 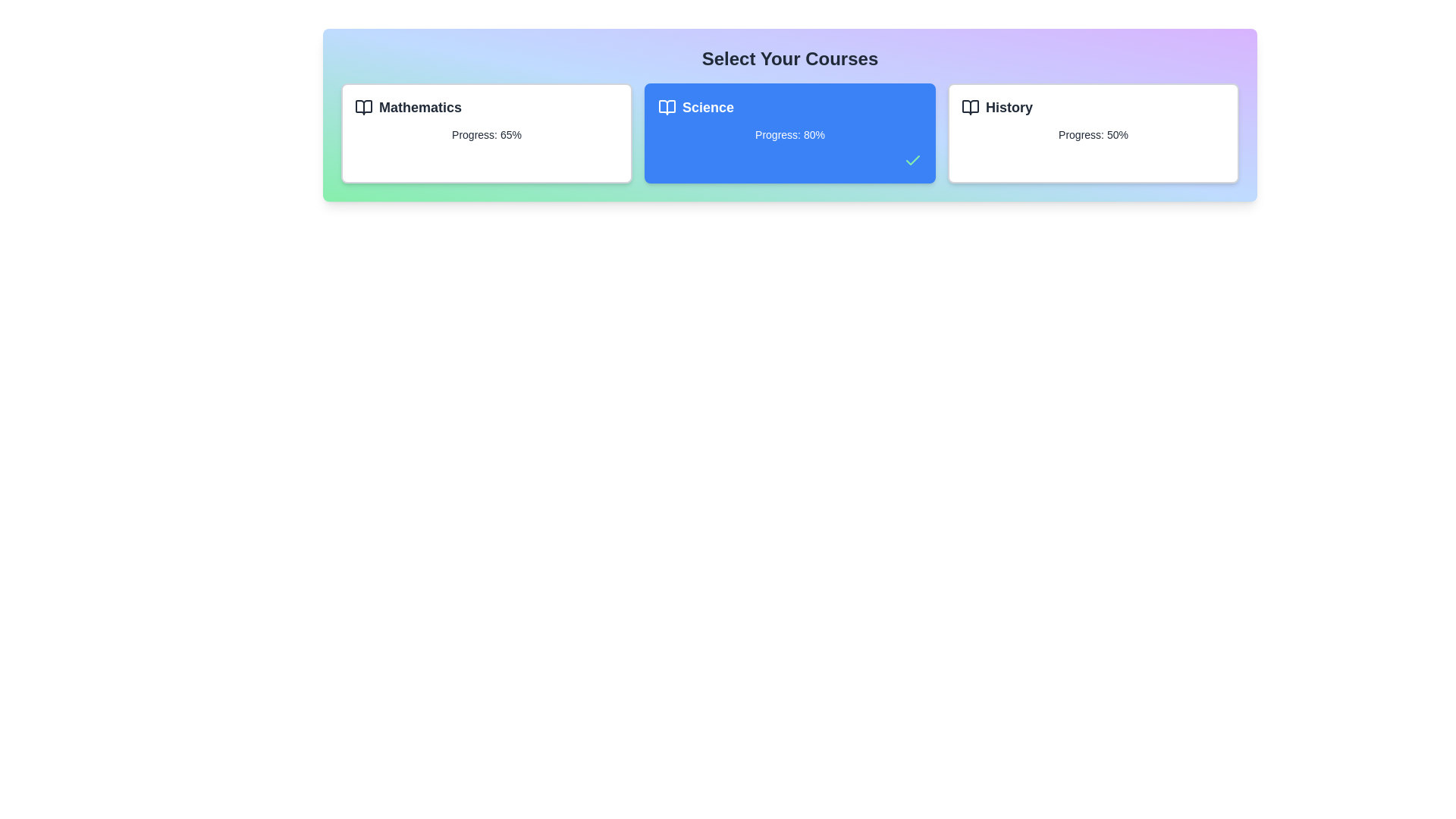 I want to click on the course title History to highlight it, so click(x=1093, y=107).